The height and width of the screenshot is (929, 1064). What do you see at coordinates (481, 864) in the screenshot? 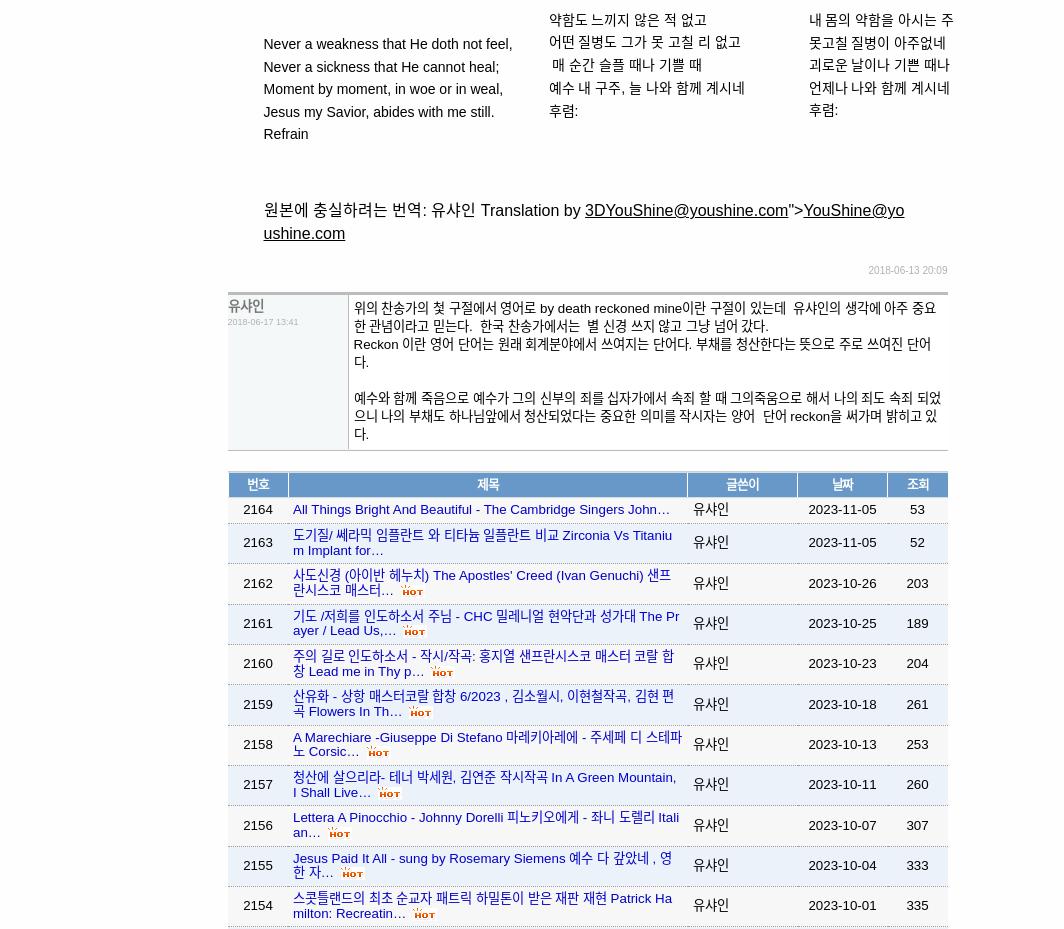
I see `'Jesus Paid It All - sung by Rosemary Siemens 예수 다 갚았네 , 영한 자…'` at bounding box center [481, 864].